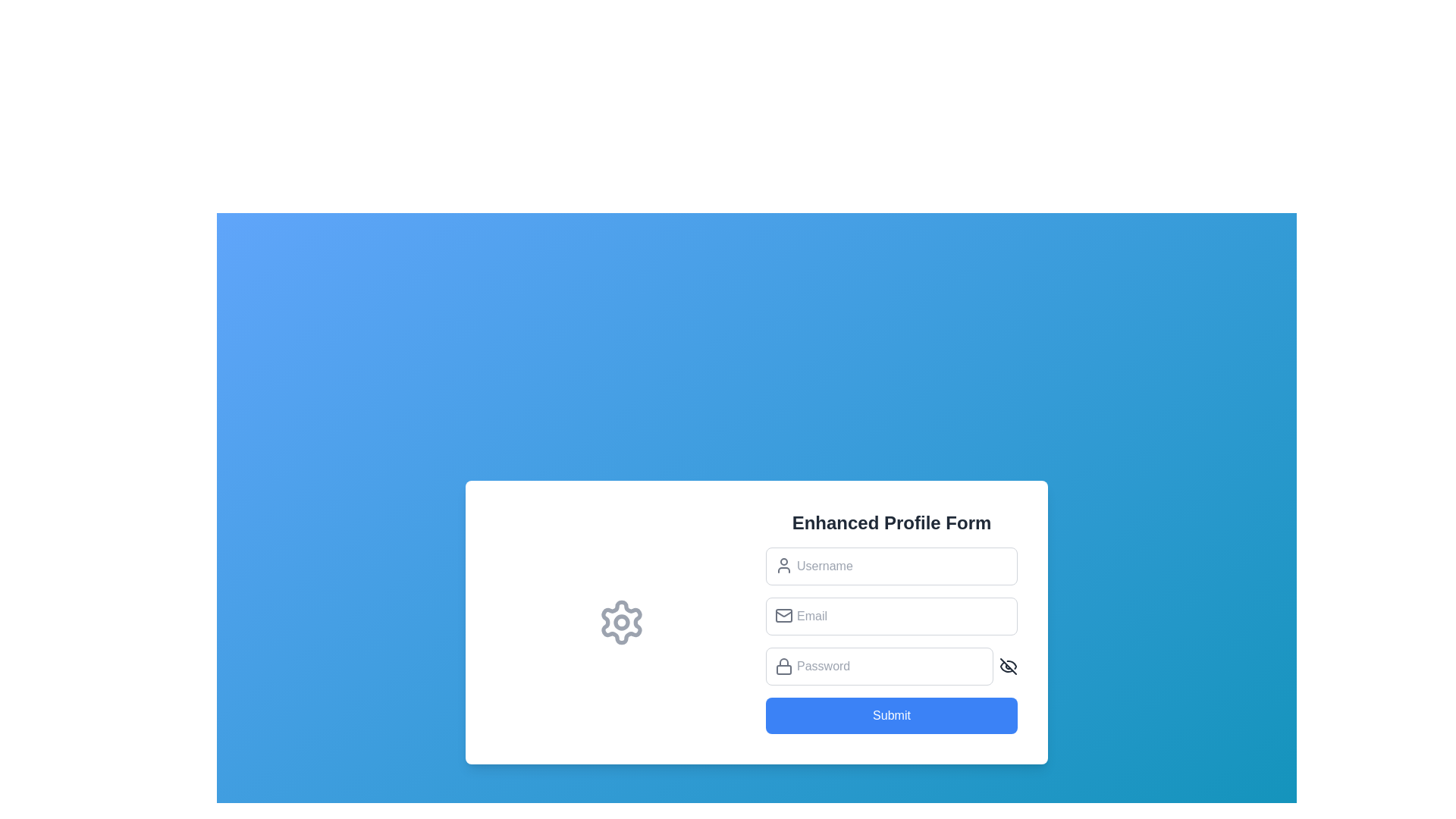 The width and height of the screenshot is (1456, 819). What do you see at coordinates (892, 666) in the screenshot?
I see `the password input field located below the 'Email' input field and above the 'Submit' button to focus on it` at bounding box center [892, 666].